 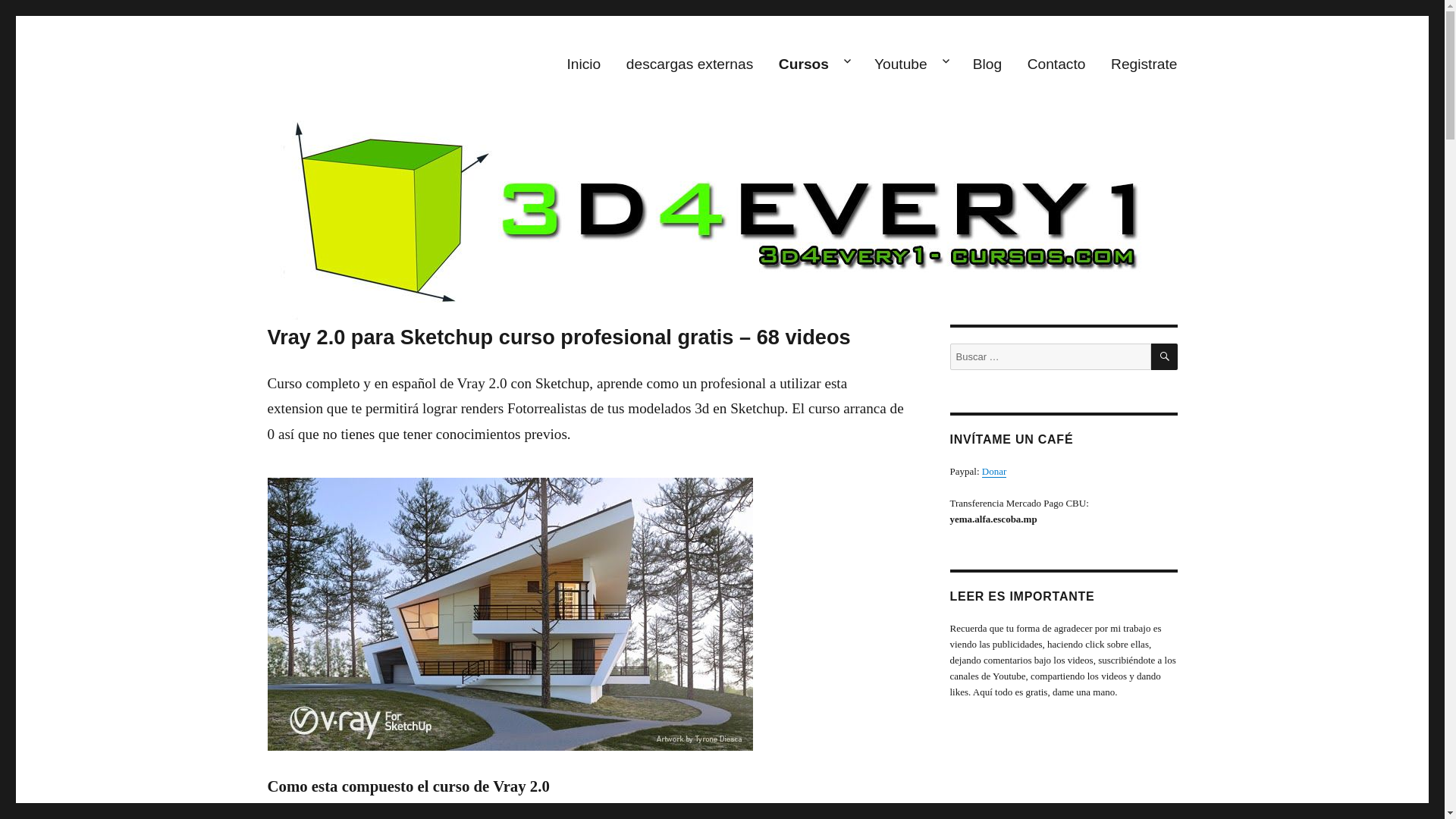 I want to click on 'Youtube', so click(x=910, y=63).